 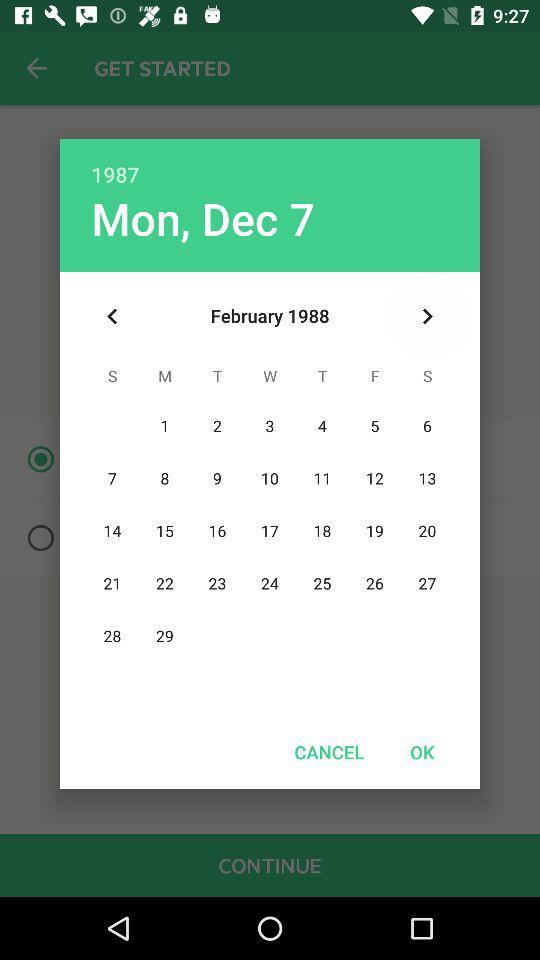 I want to click on cancel item, so click(x=329, y=751).